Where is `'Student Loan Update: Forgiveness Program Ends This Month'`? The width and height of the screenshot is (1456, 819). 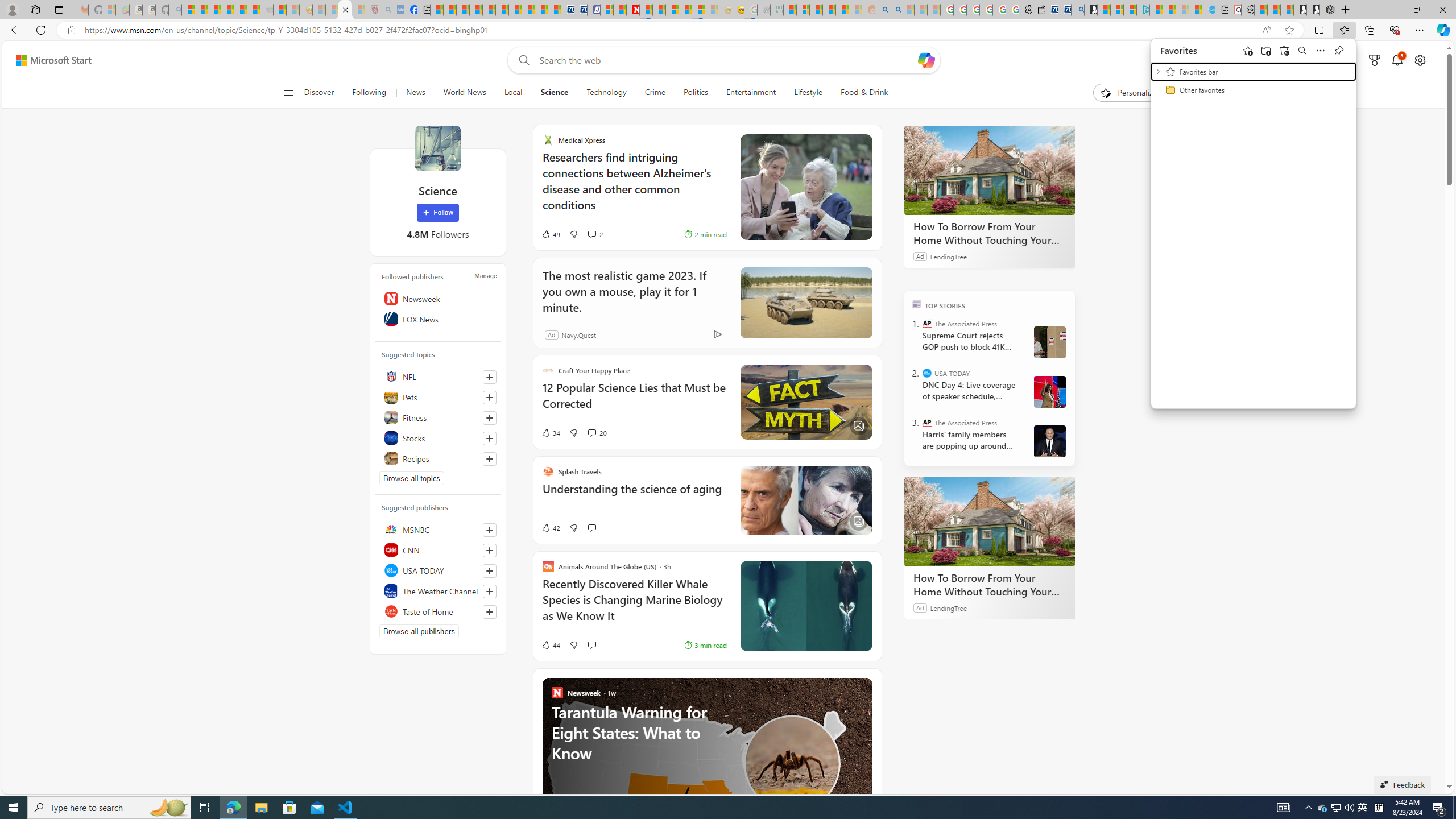 'Student Loan Update: Forgiveness Program Ends This Month' is located at coordinates (841, 9).